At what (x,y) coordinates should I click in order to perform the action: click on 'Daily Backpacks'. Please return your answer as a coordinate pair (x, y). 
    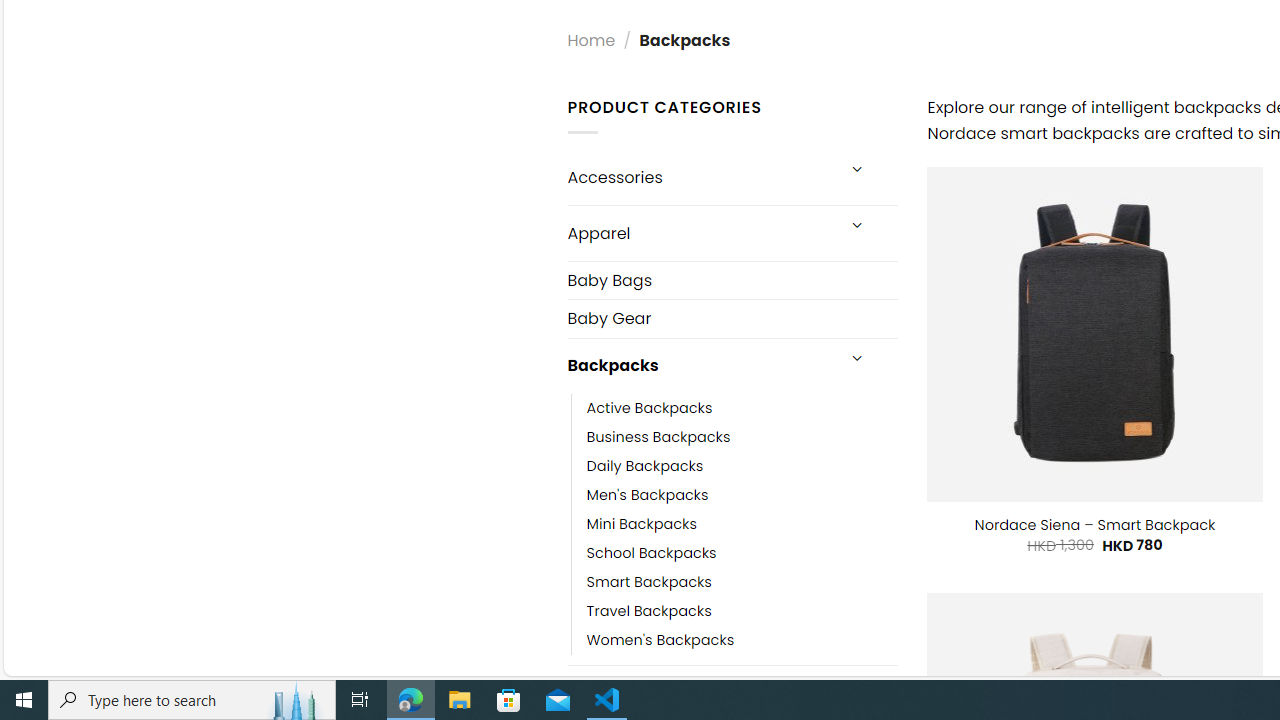
    Looking at the image, I should click on (645, 465).